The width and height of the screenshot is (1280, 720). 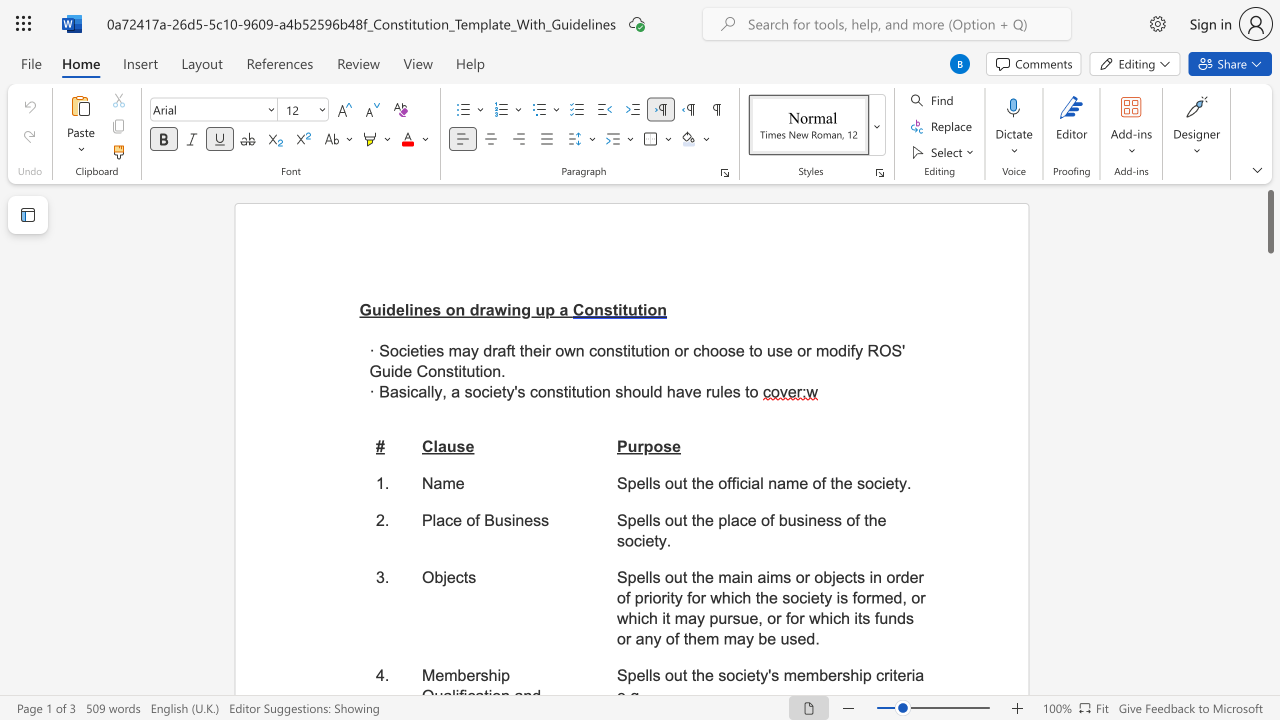 What do you see at coordinates (407, 392) in the screenshot?
I see `the 1th character "i" in the text` at bounding box center [407, 392].